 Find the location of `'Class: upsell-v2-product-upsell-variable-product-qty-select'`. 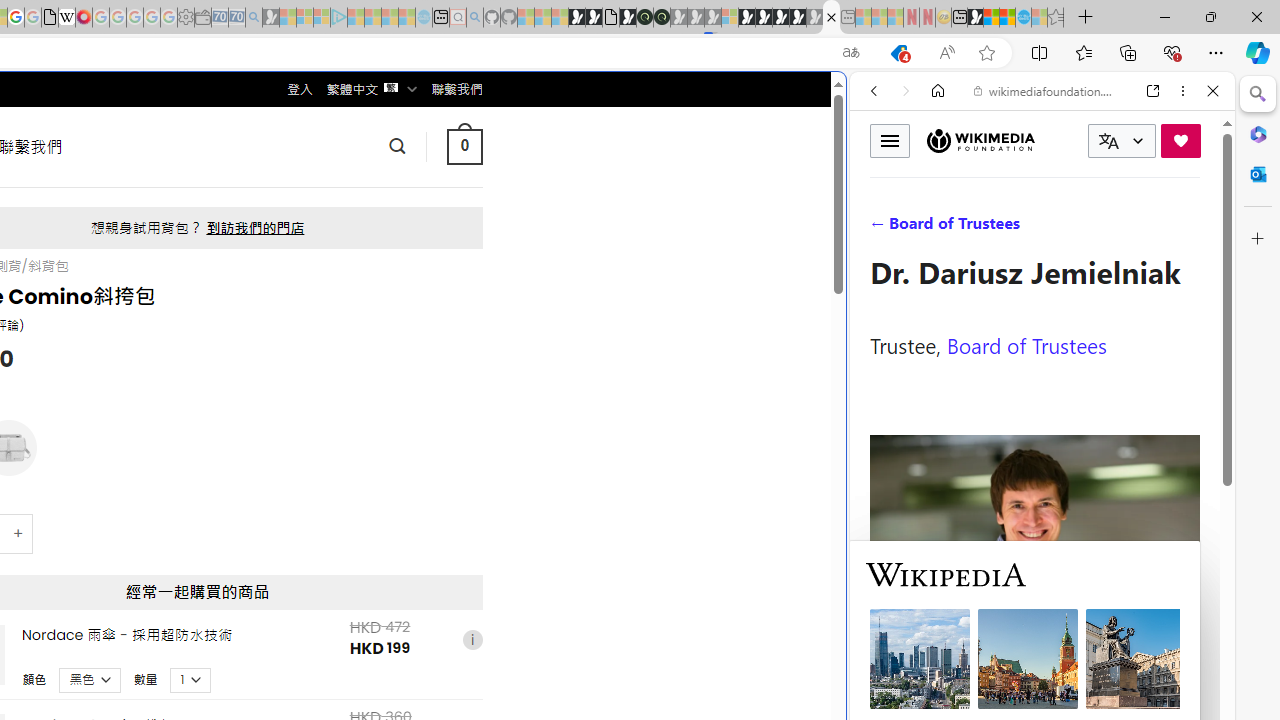

'Class: upsell-v2-product-upsell-variable-product-qty-select' is located at coordinates (191, 678).